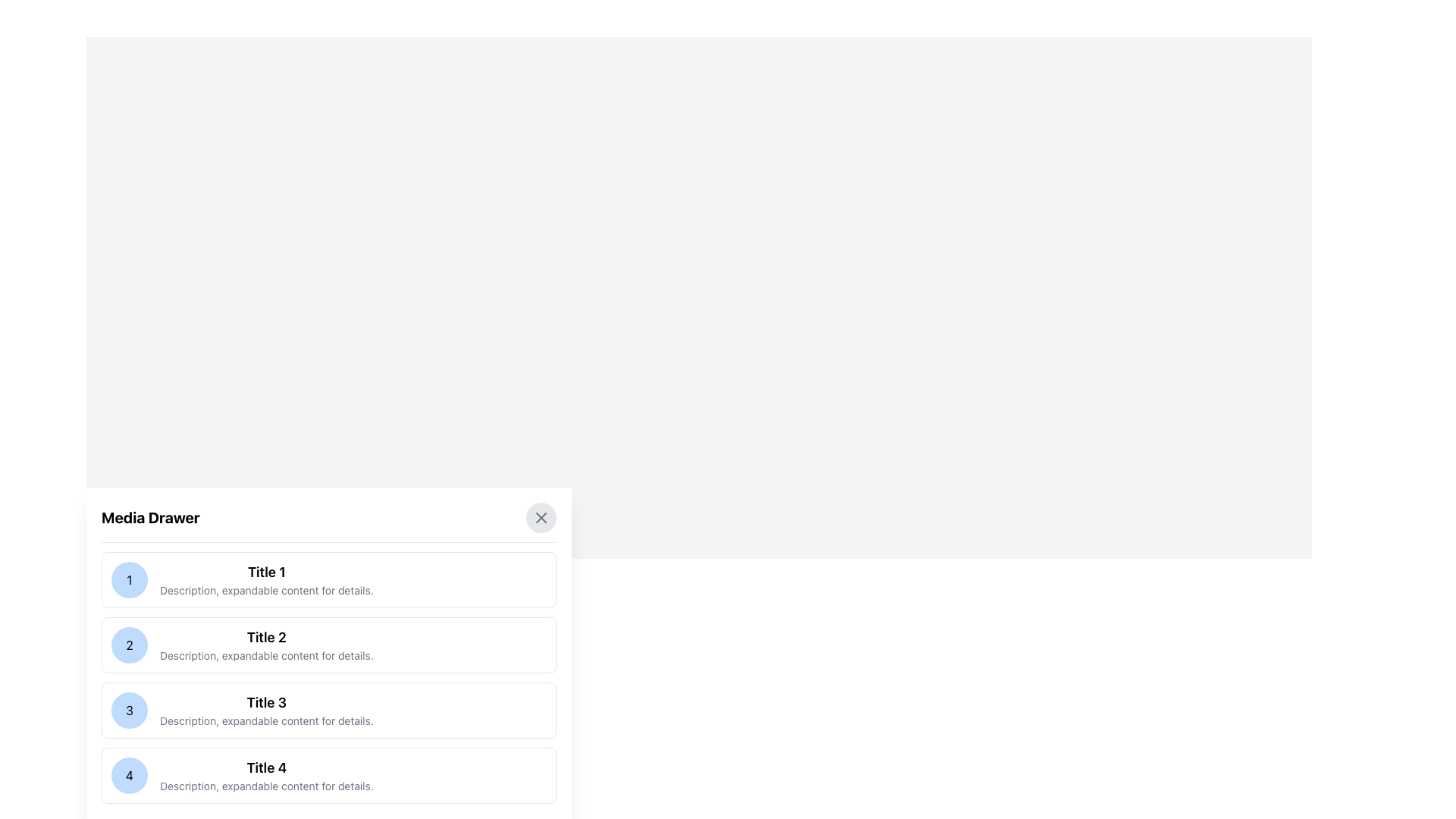  What do you see at coordinates (541, 516) in the screenshot?
I see `the 'X' icon button located in the top-right corner of the 'Media Drawer' panel to trigger hover effects` at bounding box center [541, 516].